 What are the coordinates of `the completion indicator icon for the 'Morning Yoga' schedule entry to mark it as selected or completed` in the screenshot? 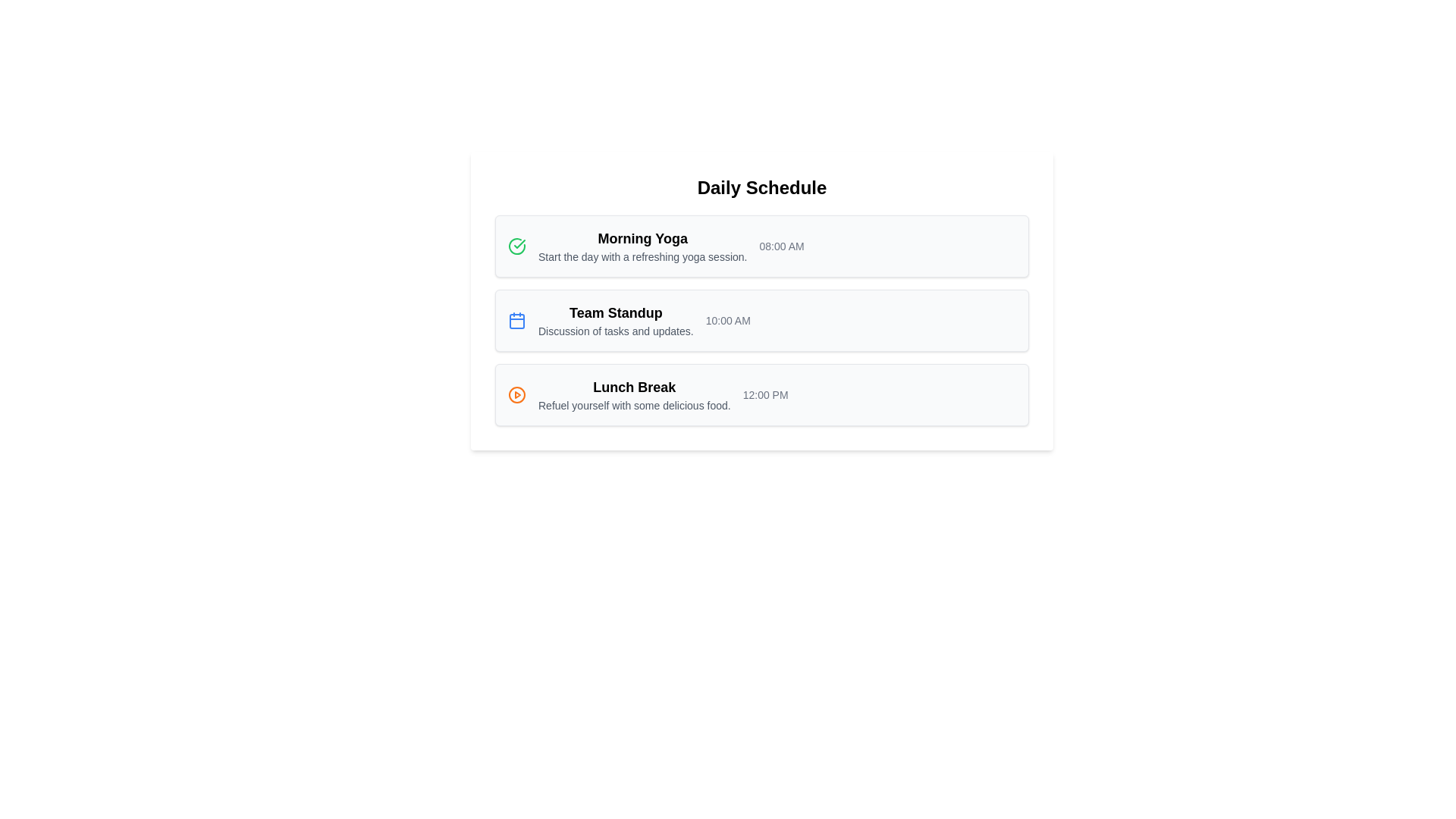 It's located at (516, 245).